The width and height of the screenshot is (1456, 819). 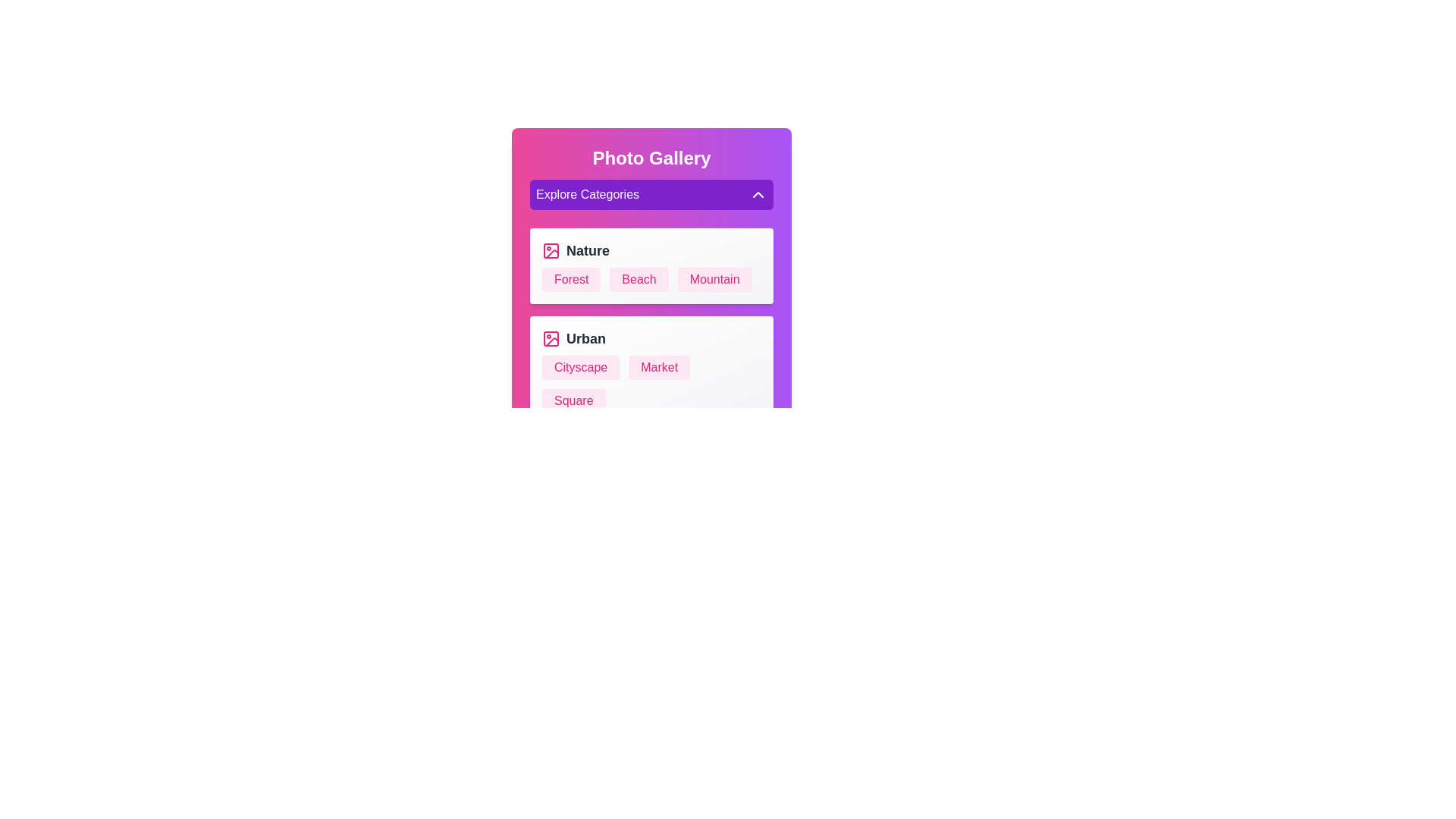 I want to click on the text element labeled 'Forest' to select it, so click(x=570, y=280).